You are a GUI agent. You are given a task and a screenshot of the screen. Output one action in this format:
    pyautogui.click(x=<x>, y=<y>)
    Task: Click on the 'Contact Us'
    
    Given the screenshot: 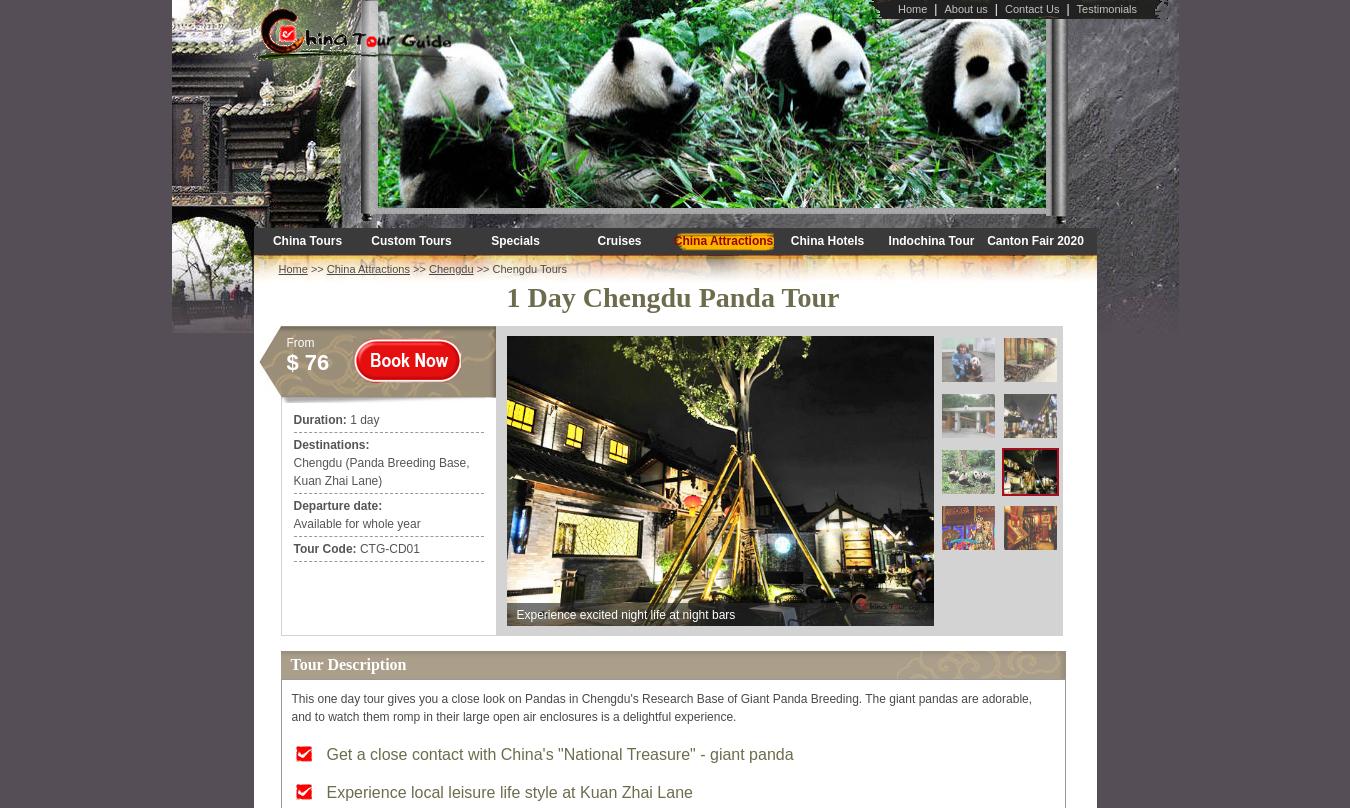 What is the action you would take?
    pyautogui.click(x=1031, y=8)
    